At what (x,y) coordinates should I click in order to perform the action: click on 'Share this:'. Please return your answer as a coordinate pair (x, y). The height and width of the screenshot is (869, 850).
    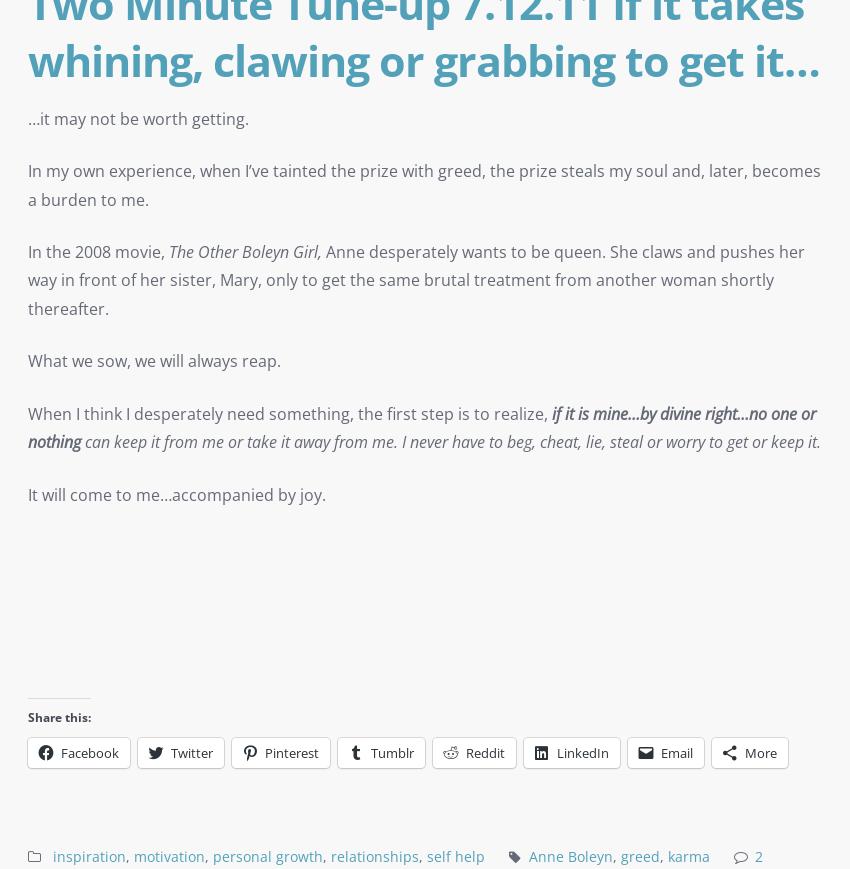
    Looking at the image, I should click on (59, 717).